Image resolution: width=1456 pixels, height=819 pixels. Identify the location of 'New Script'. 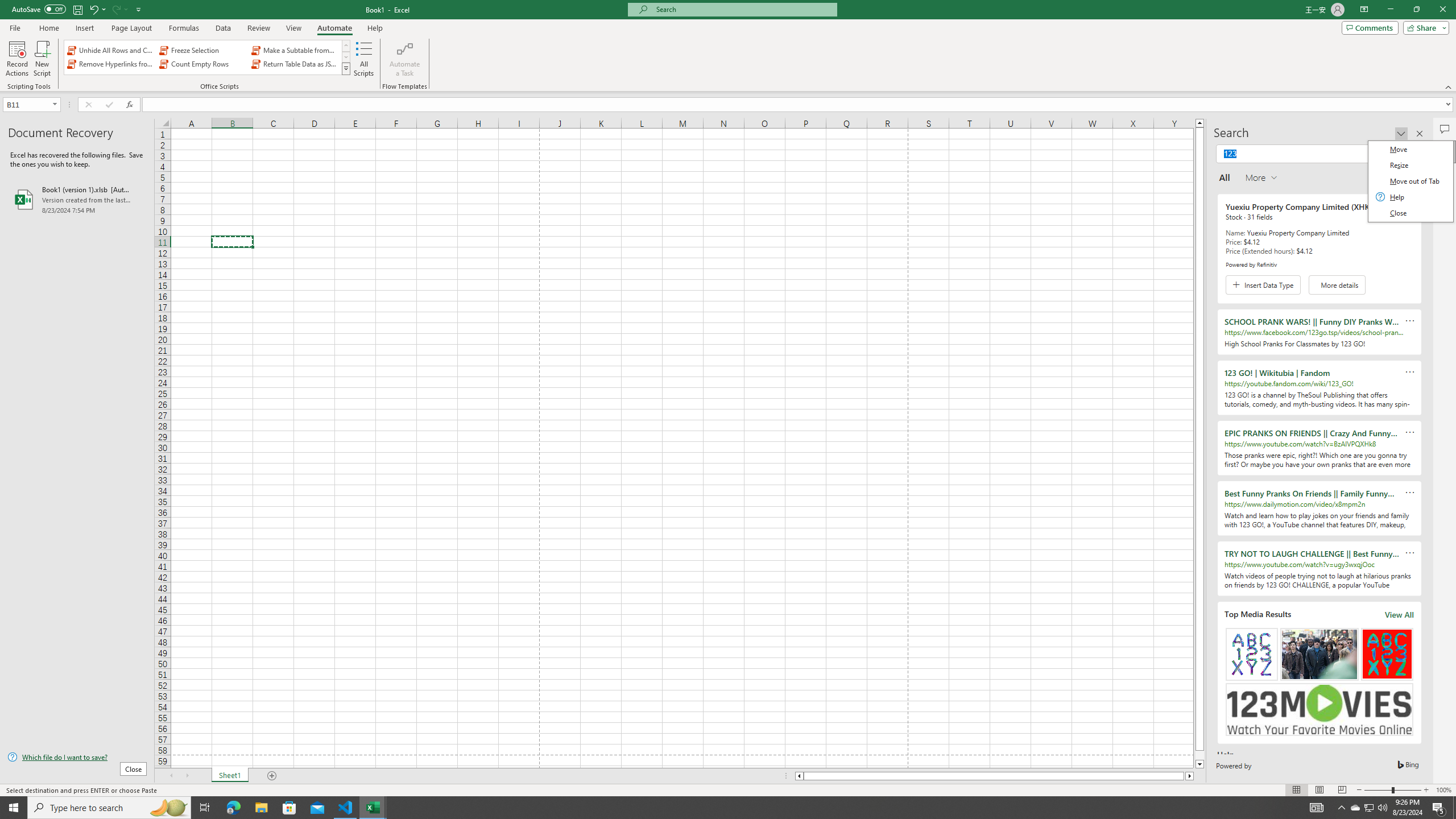
(42, 59).